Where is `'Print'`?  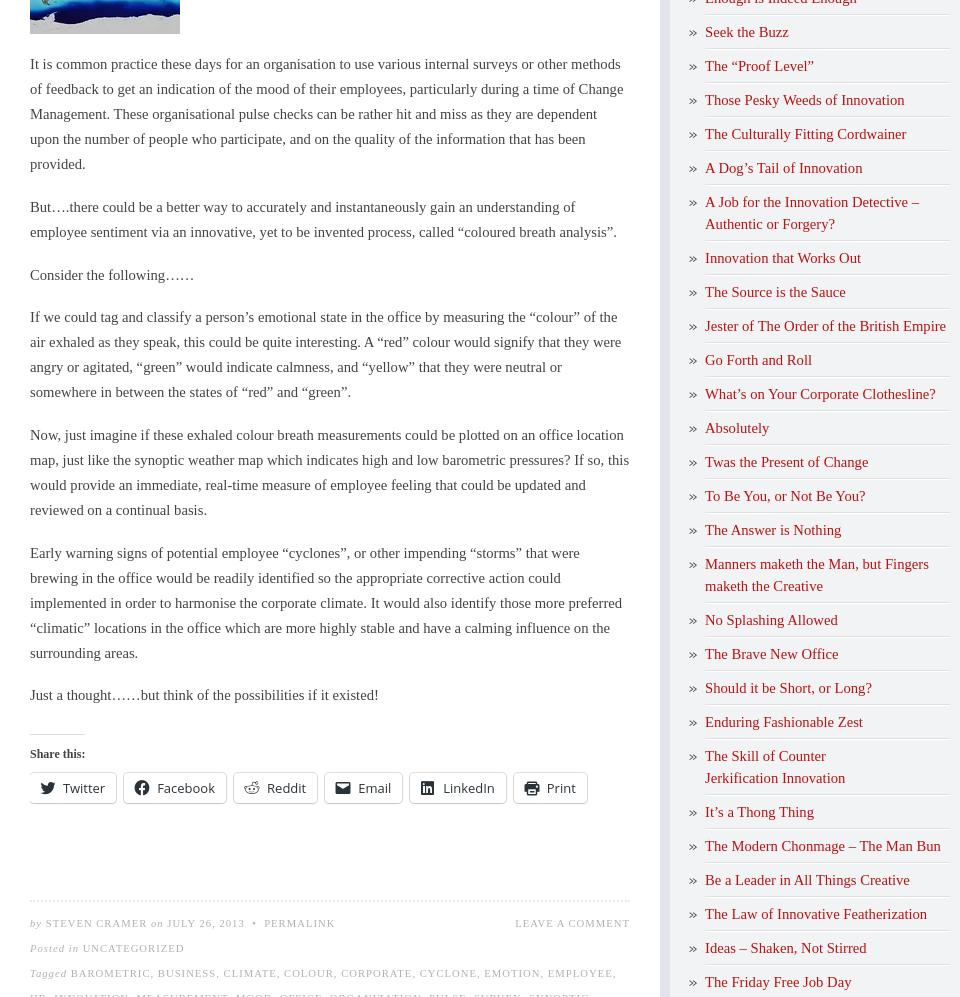 'Print' is located at coordinates (560, 787).